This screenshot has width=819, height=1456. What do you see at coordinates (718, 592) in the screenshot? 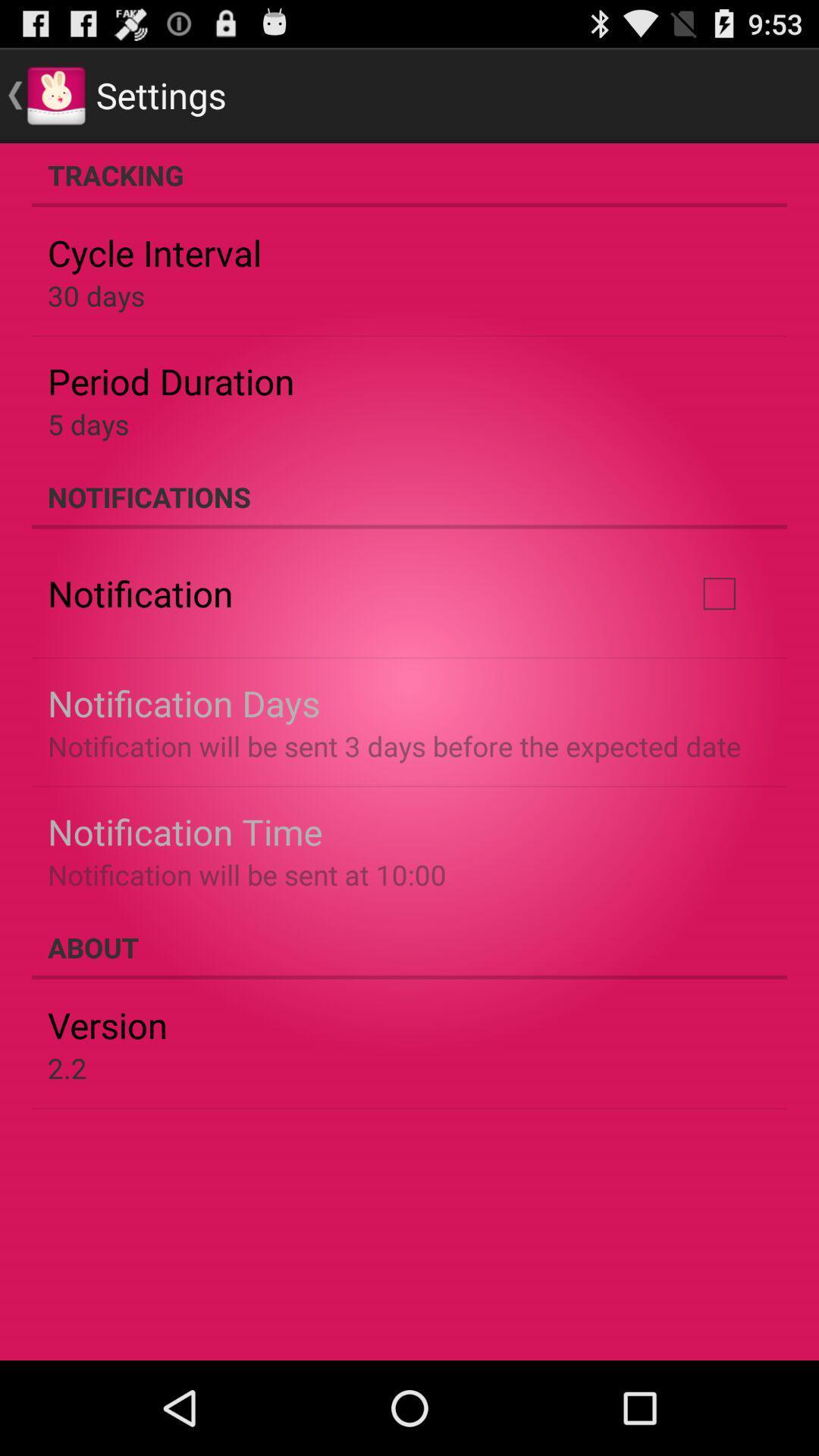
I see `app above the notification will be icon` at bounding box center [718, 592].